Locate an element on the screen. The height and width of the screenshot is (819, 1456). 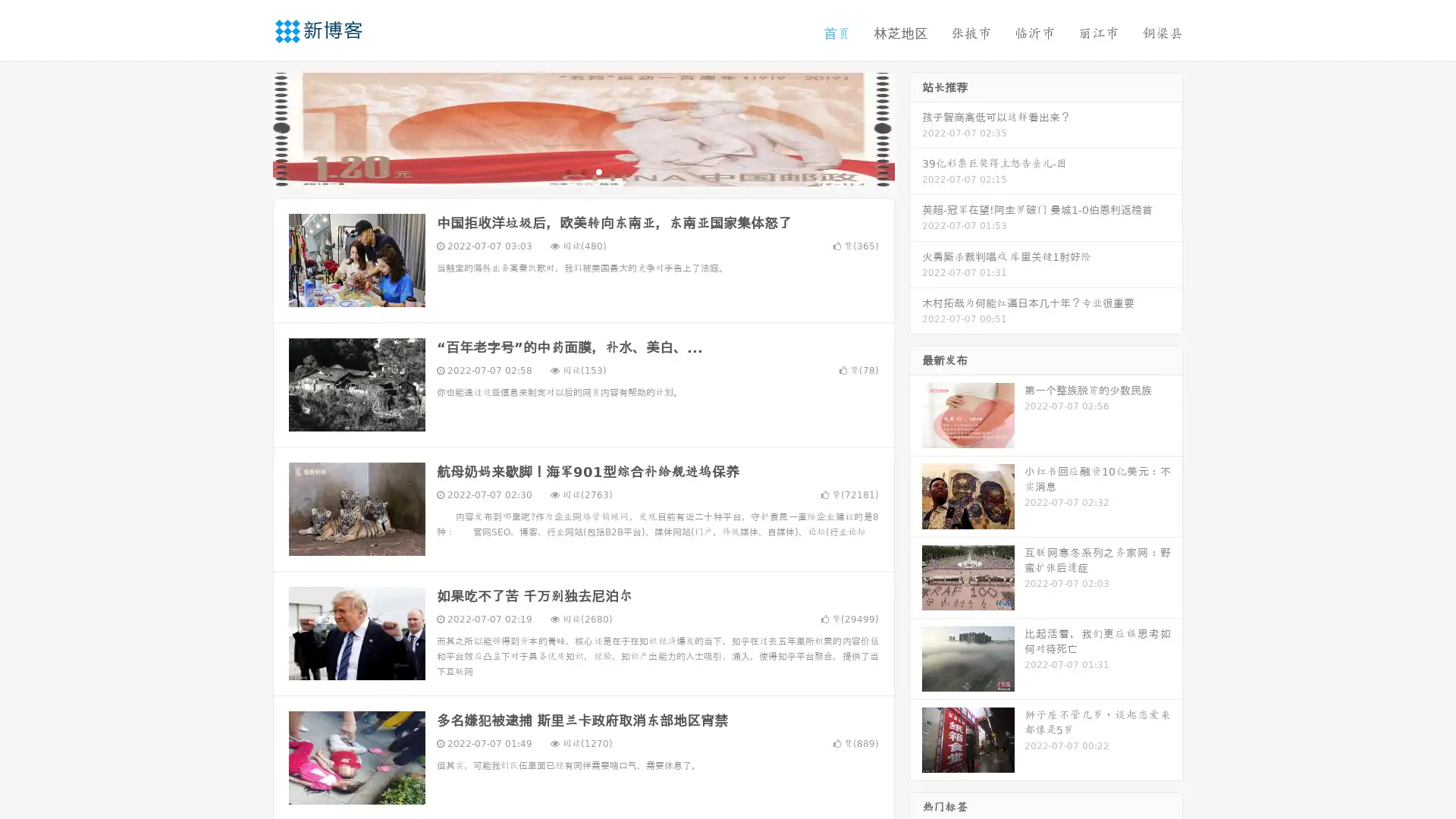
Go to slide 2 is located at coordinates (582, 171).